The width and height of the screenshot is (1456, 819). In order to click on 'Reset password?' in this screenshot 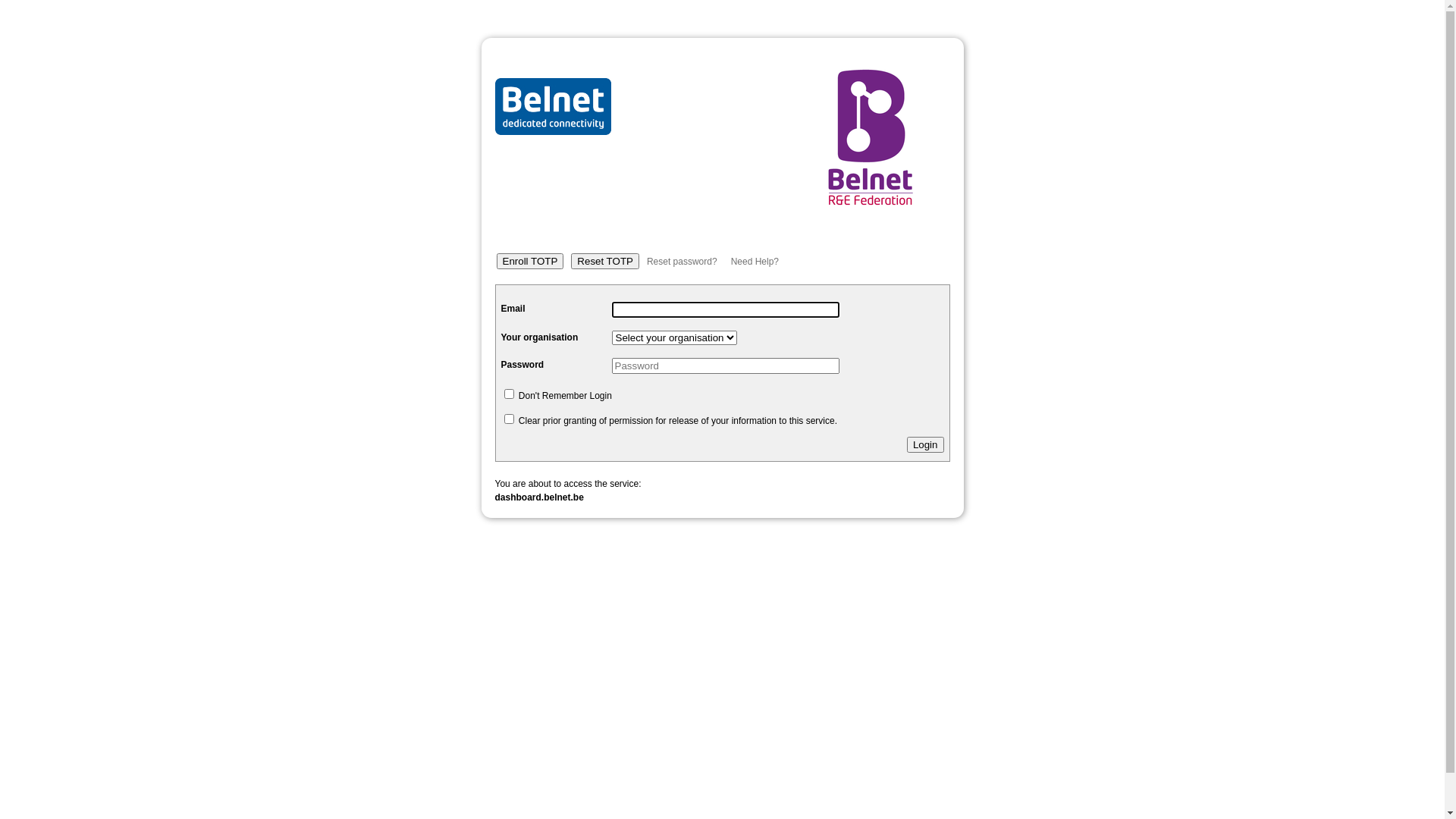, I will do `click(681, 260)`.